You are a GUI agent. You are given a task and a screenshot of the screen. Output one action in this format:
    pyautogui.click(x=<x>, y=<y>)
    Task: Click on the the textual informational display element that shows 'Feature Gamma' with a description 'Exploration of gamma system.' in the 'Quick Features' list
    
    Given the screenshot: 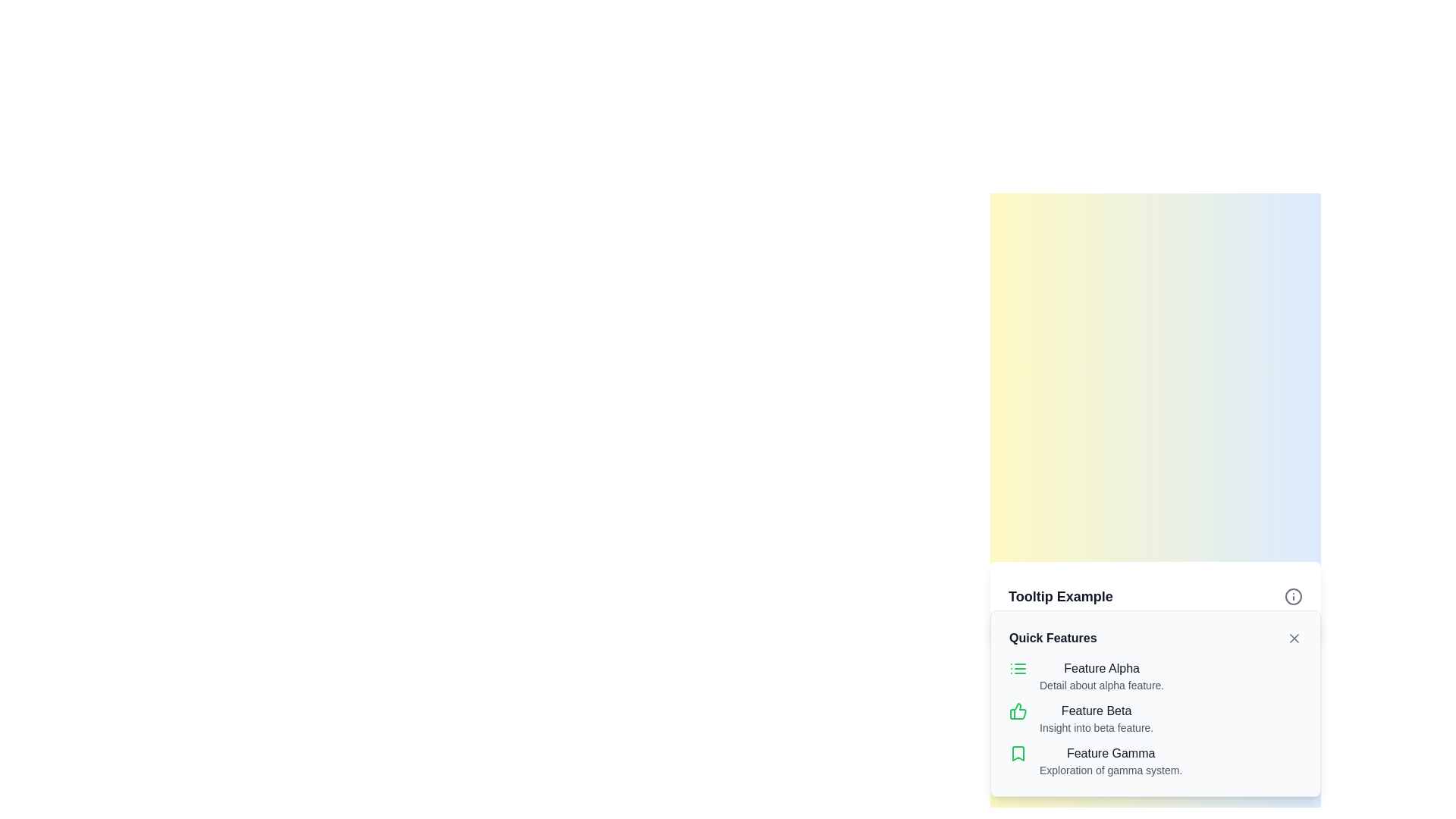 What is the action you would take?
    pyautogui.click(x=1111, y=761)
    